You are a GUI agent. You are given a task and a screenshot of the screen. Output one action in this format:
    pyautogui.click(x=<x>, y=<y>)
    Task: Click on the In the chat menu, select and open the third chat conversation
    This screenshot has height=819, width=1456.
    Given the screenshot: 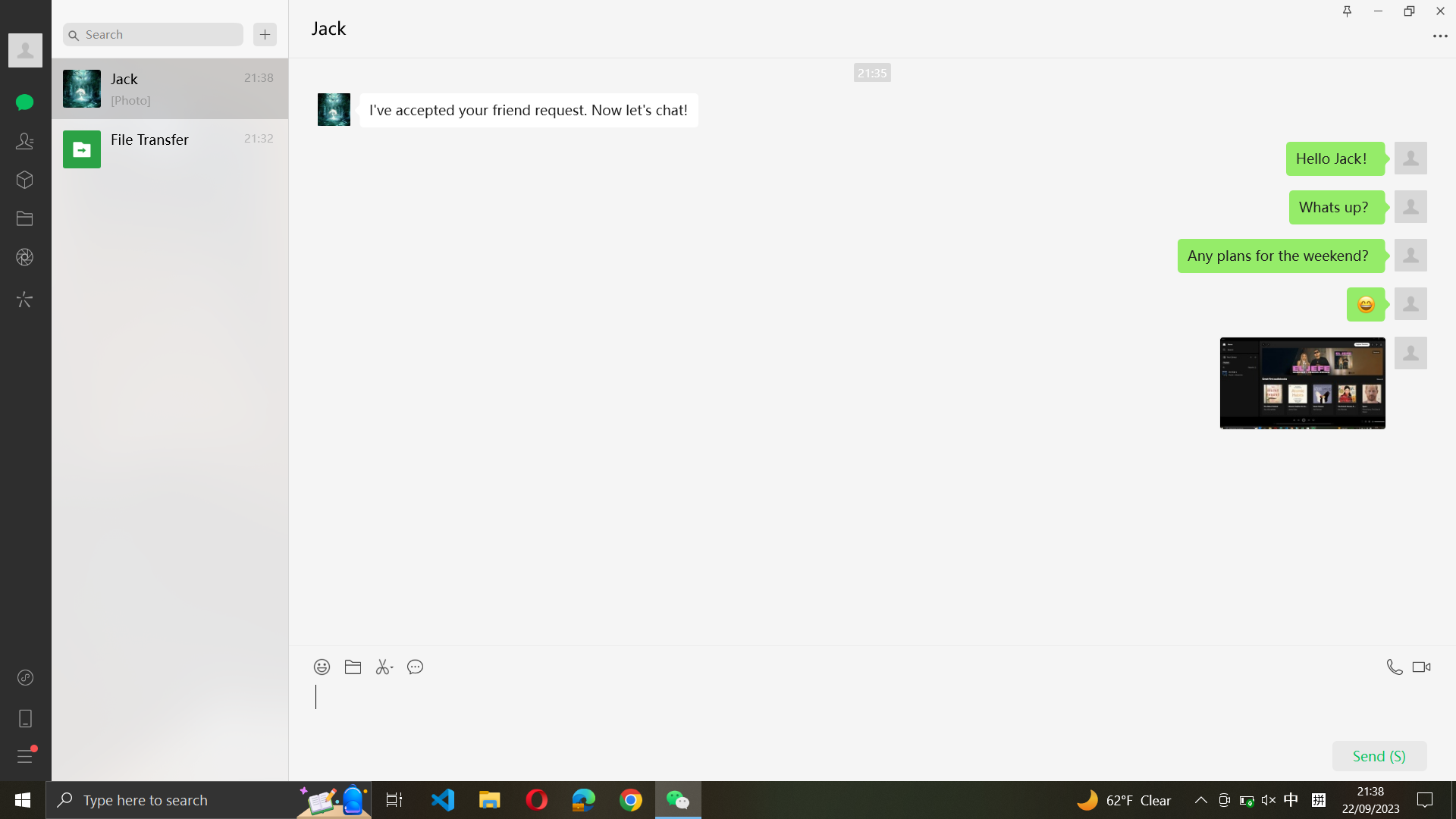 What is the action you would take?
    pyautogui.click(x=25, y=102)
    